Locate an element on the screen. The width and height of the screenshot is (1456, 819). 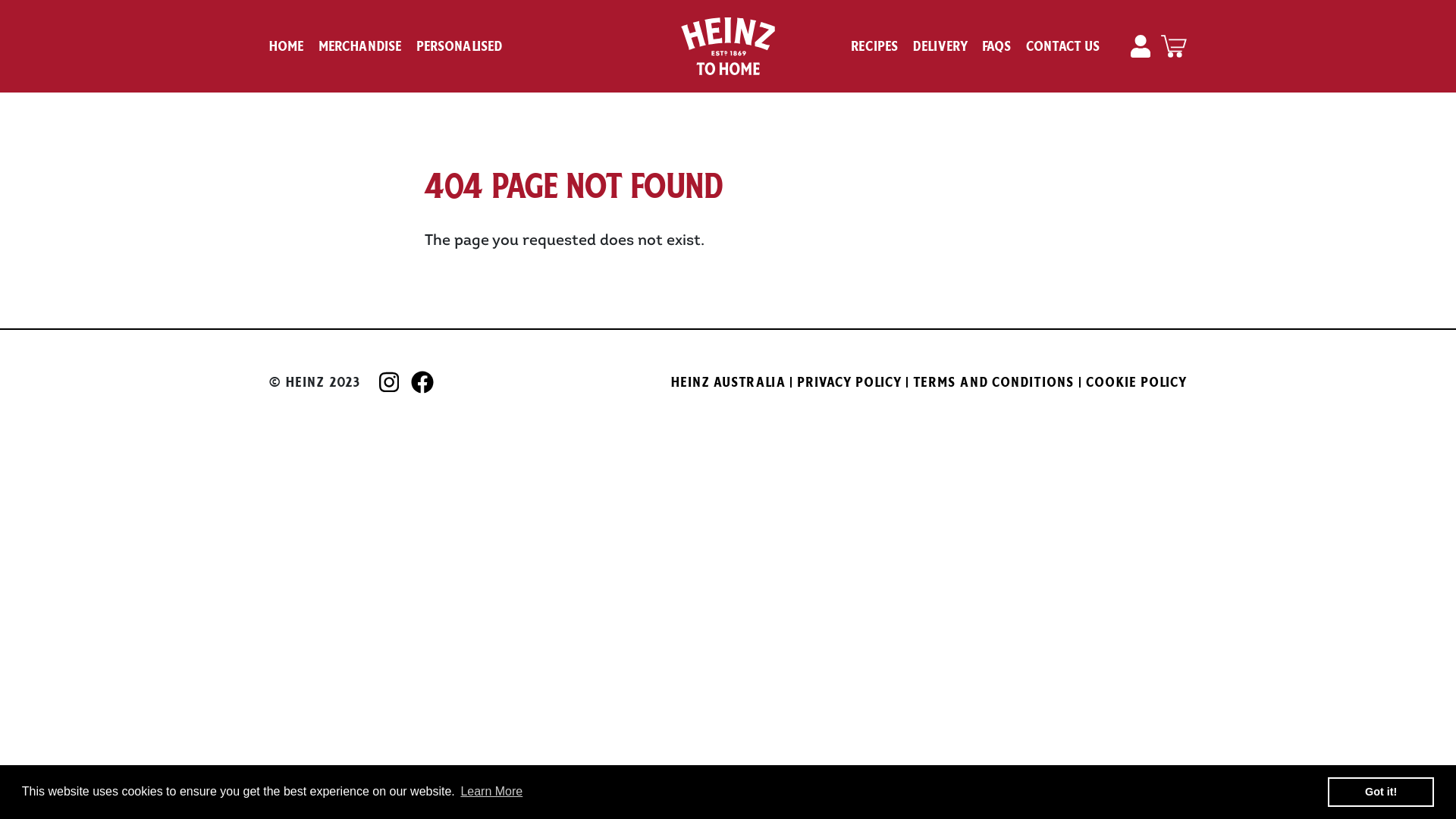
'Recipes' is located at coordinates (874, 45).